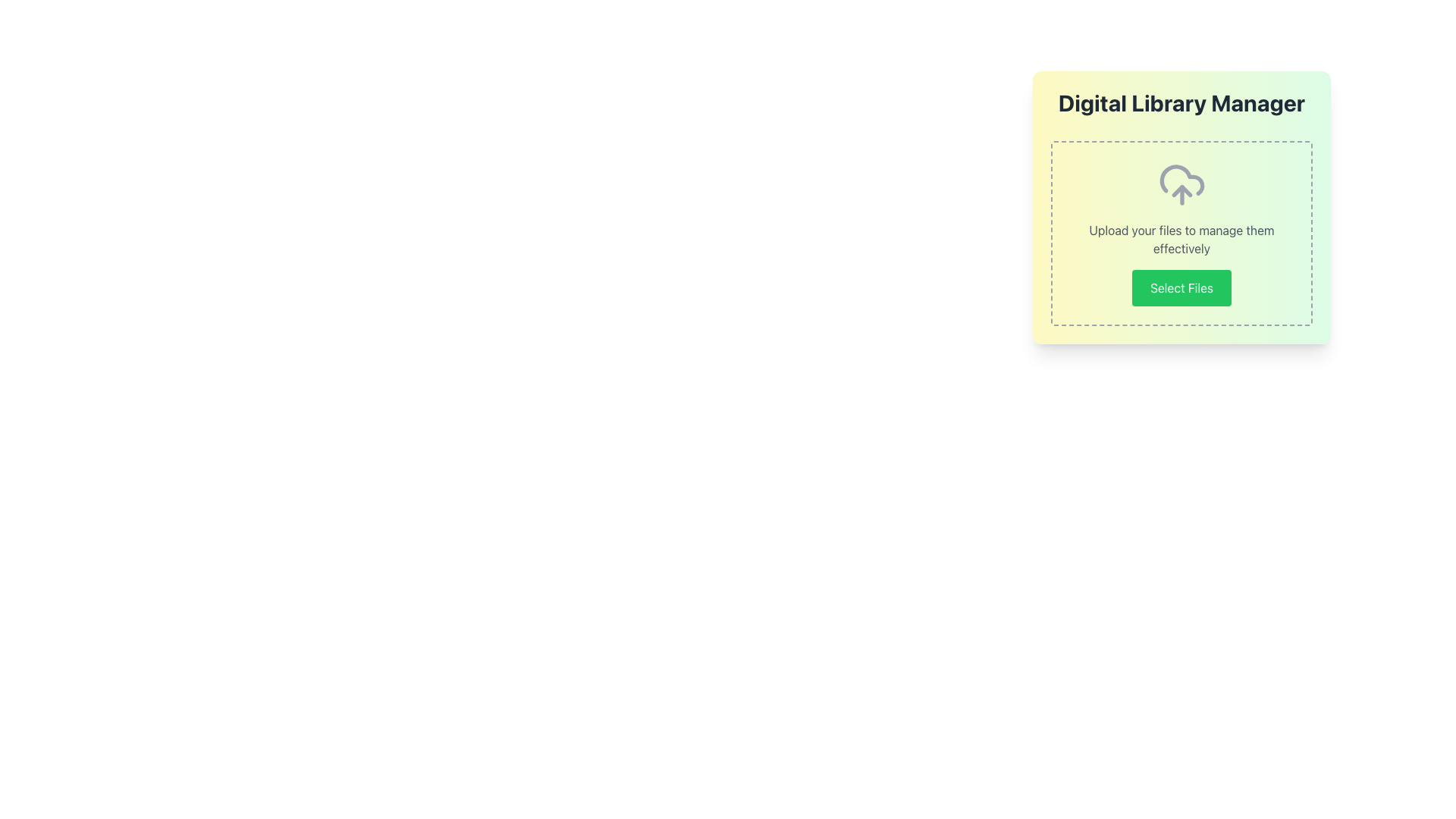  What do you see at coordinates (1181, 288) in the screenshot?
I see `the green 'Select Files' button with rounded corners located in the lower half of the 'Digital Library Manager' card` at bounding box center [1181, 288].